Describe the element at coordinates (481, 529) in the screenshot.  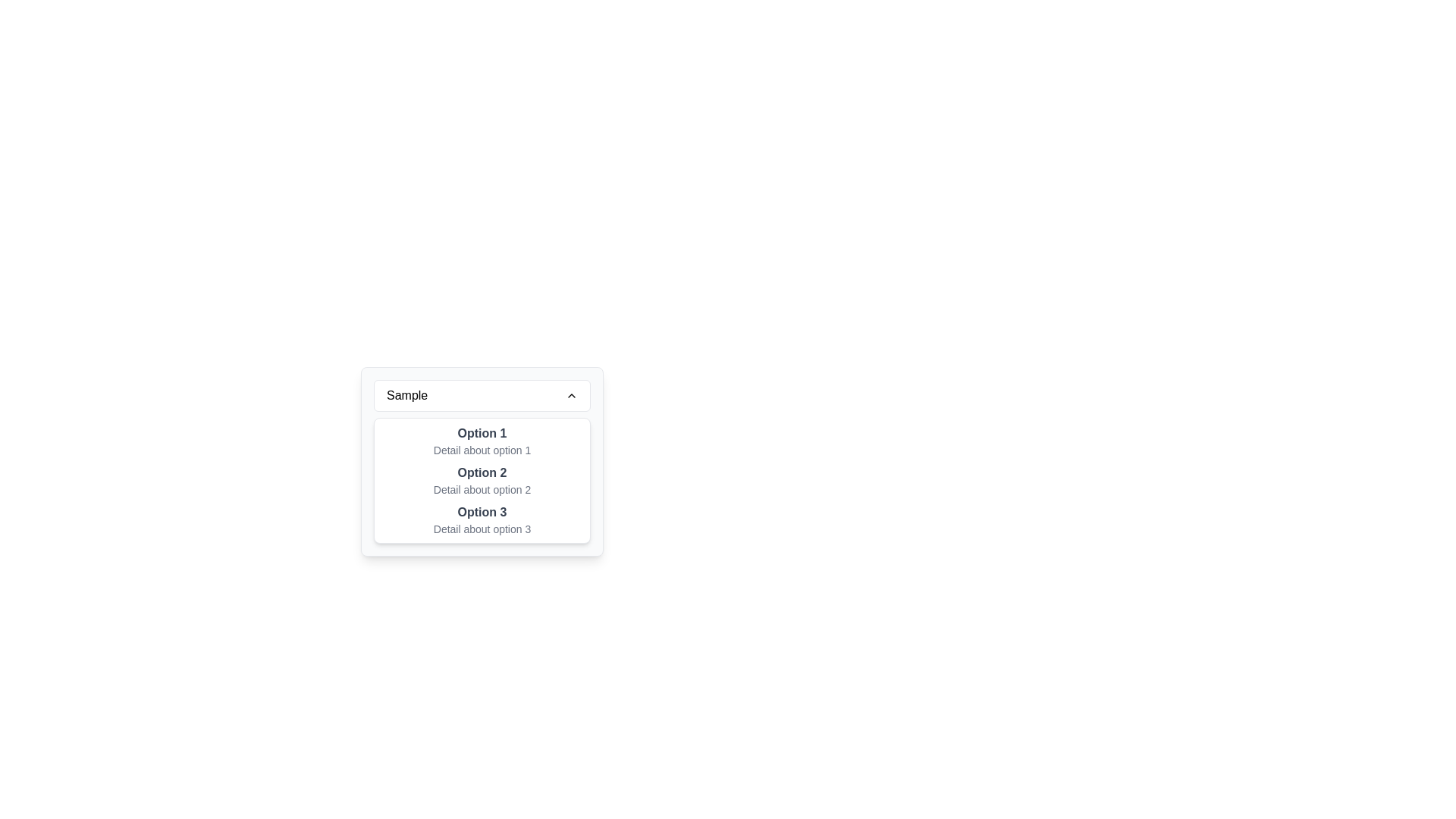
I see `the descriptive text element for 'Option 3' located at the lower part of the dropdown interface` at that location.